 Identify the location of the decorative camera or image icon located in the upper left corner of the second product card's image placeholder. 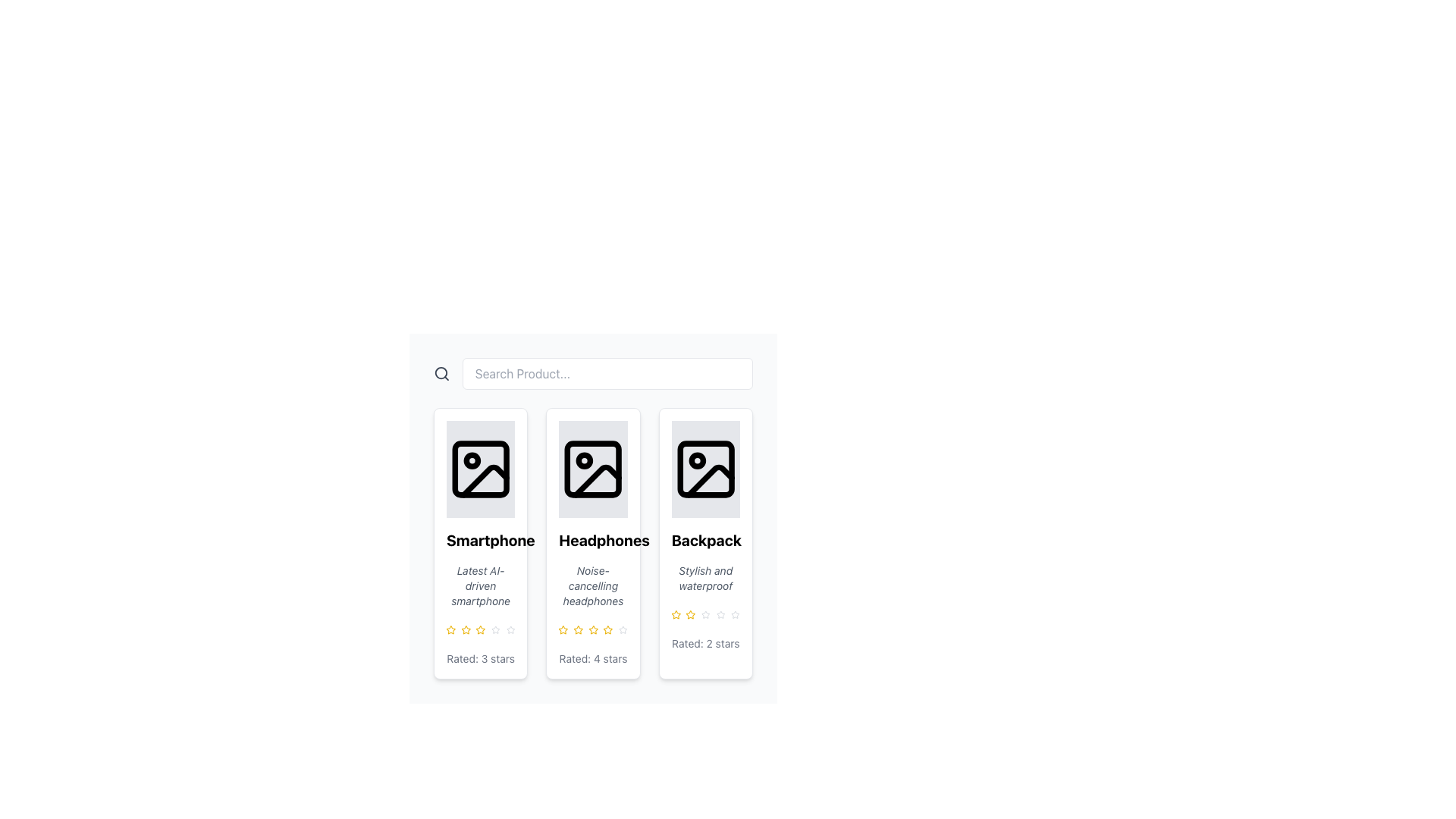
(584, 460).